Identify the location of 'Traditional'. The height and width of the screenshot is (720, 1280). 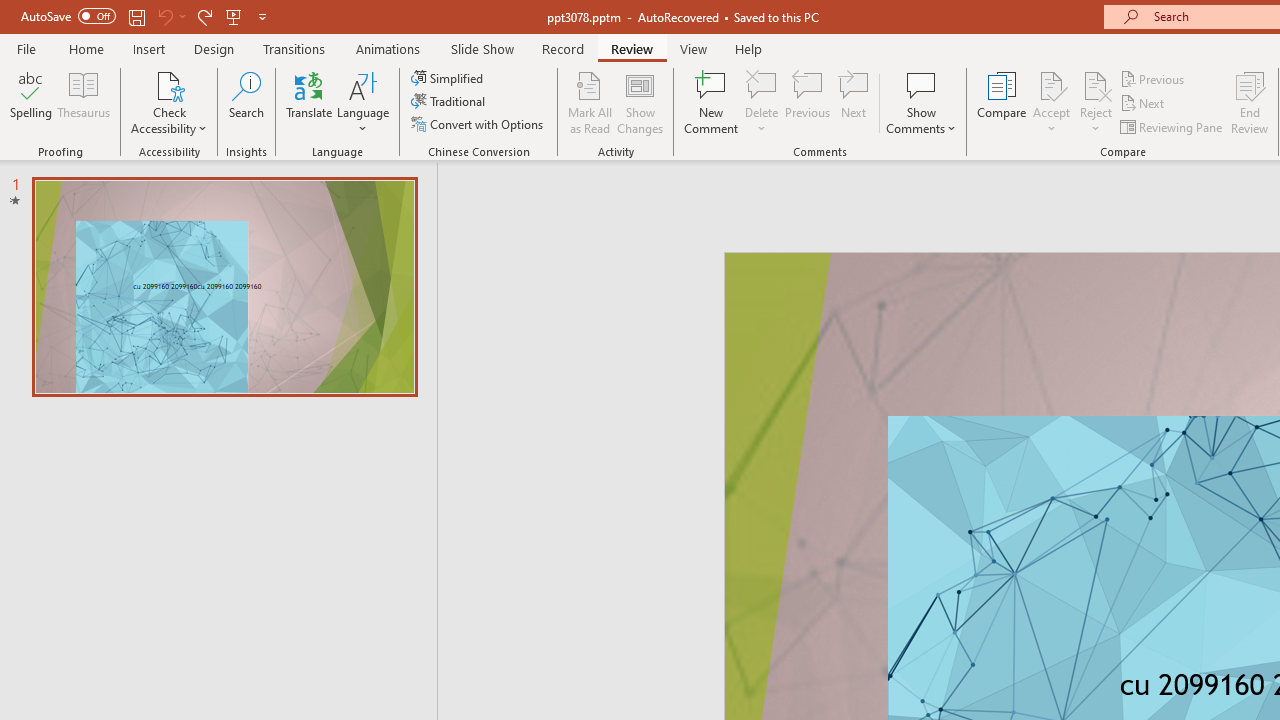
(448, 101).